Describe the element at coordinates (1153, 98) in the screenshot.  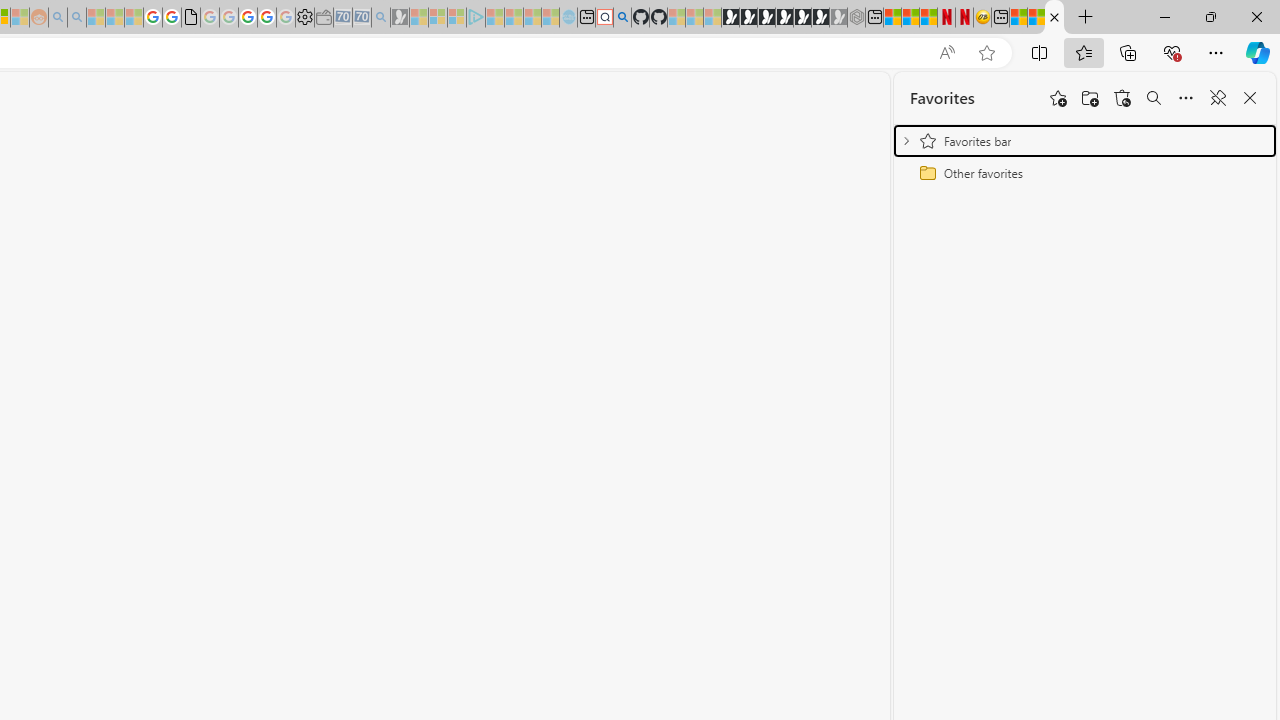
I see `'Search favorites'` at that location.